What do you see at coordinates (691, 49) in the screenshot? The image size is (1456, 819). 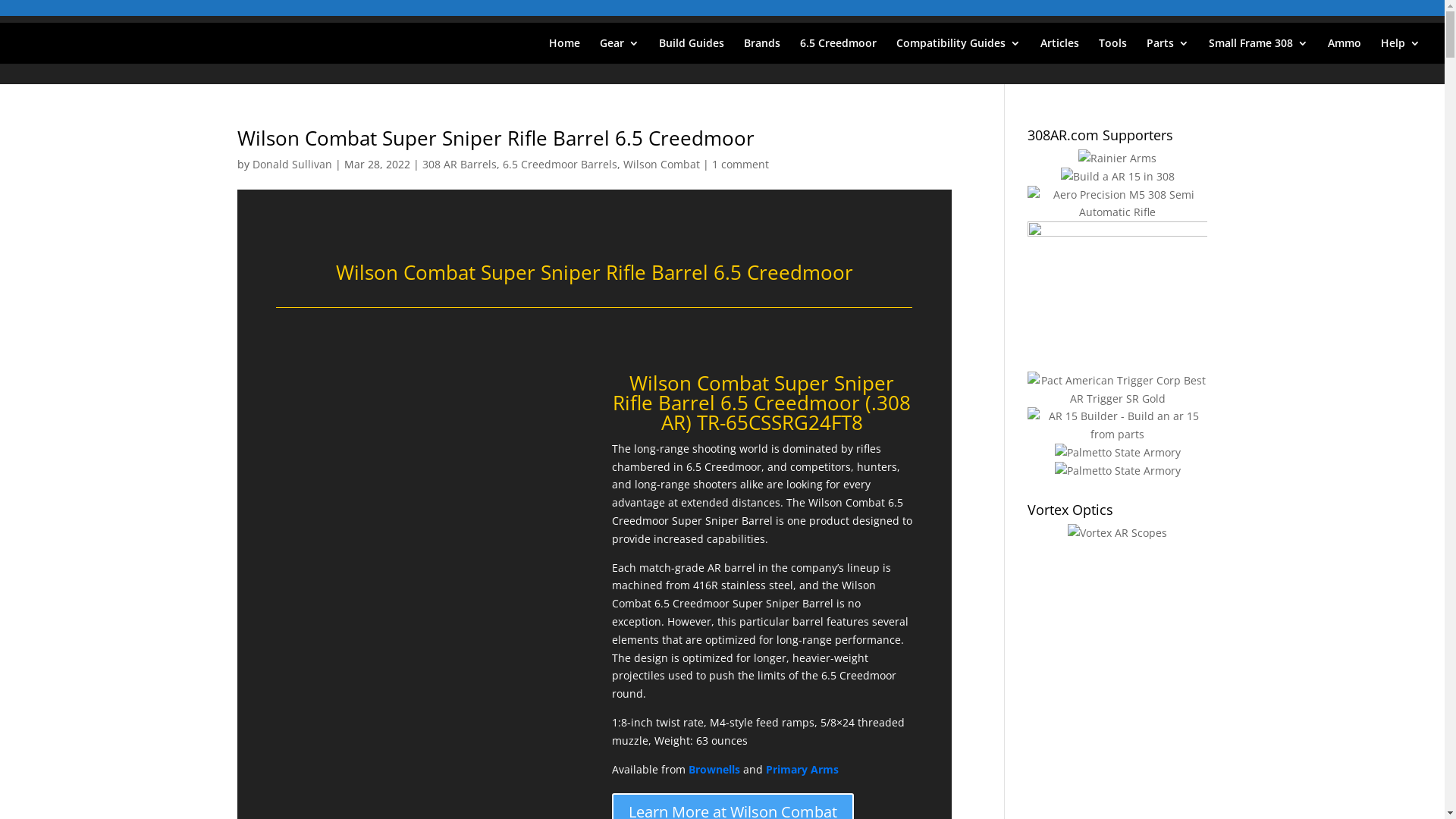 I see `'Build Guides'` at bounding box center [691, 49].